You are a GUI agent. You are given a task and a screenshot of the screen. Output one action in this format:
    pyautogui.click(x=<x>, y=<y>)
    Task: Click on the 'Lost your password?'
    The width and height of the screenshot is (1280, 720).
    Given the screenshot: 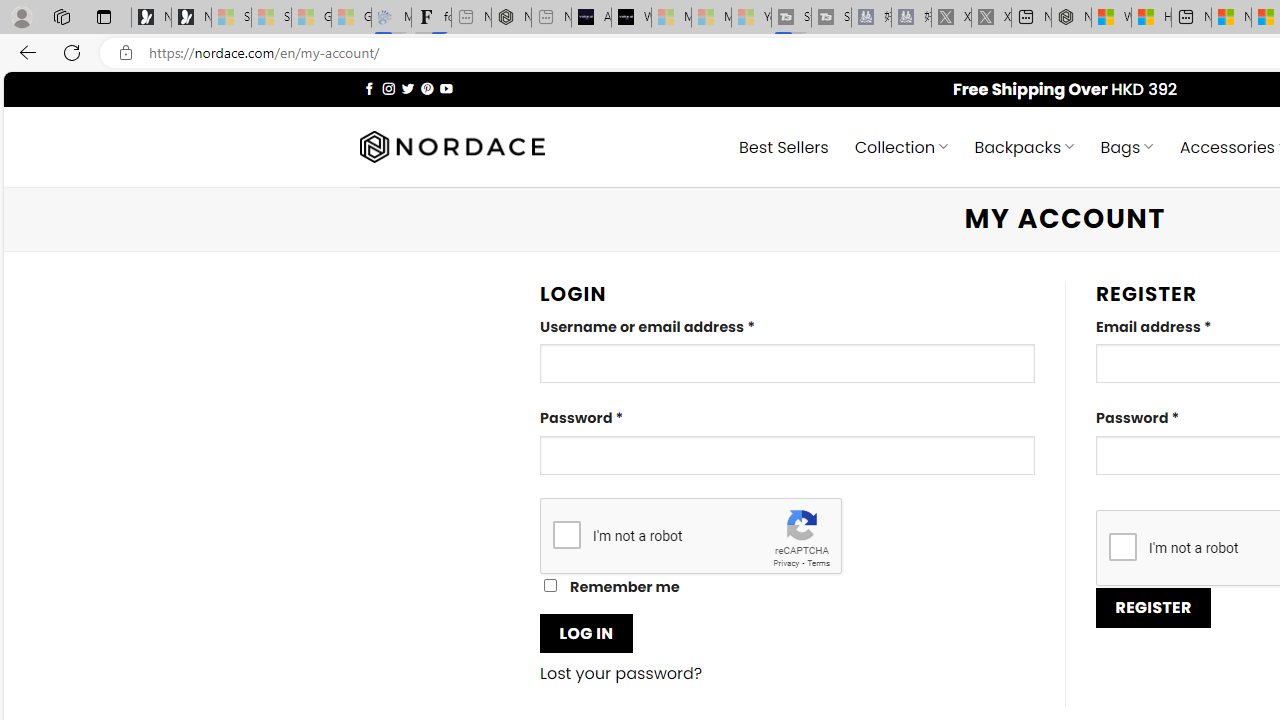 What is the action you would take?
    pyautogui.click(x=620, y=673)
    